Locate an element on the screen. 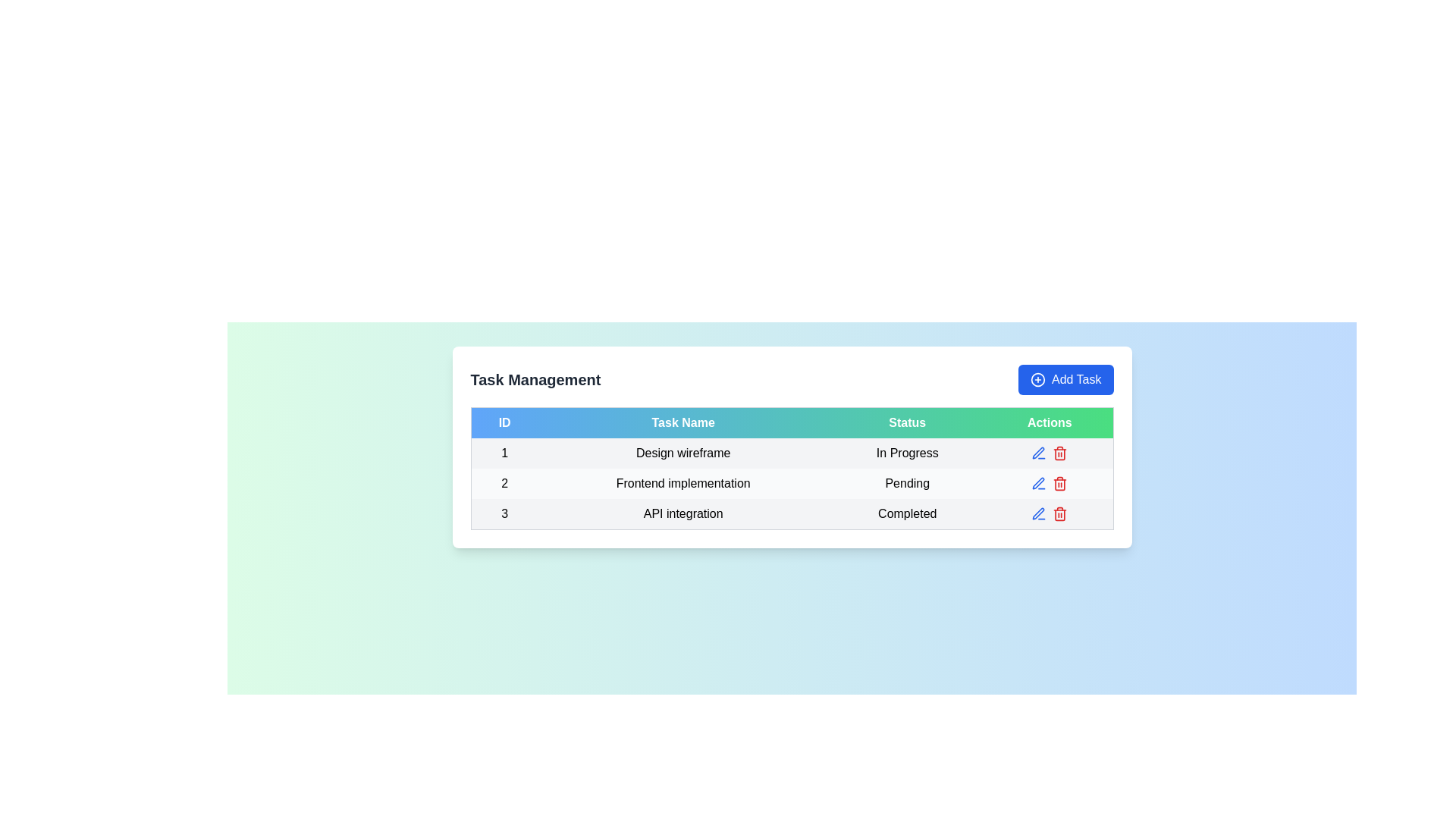 The image size is (1456, 819). the static text label displaying 'Design wireframe', located in the second cell of the first row under the 'Task Name' column, aligned with the identifier '1' from the 'ID' column is located at coordinates (682, 452).